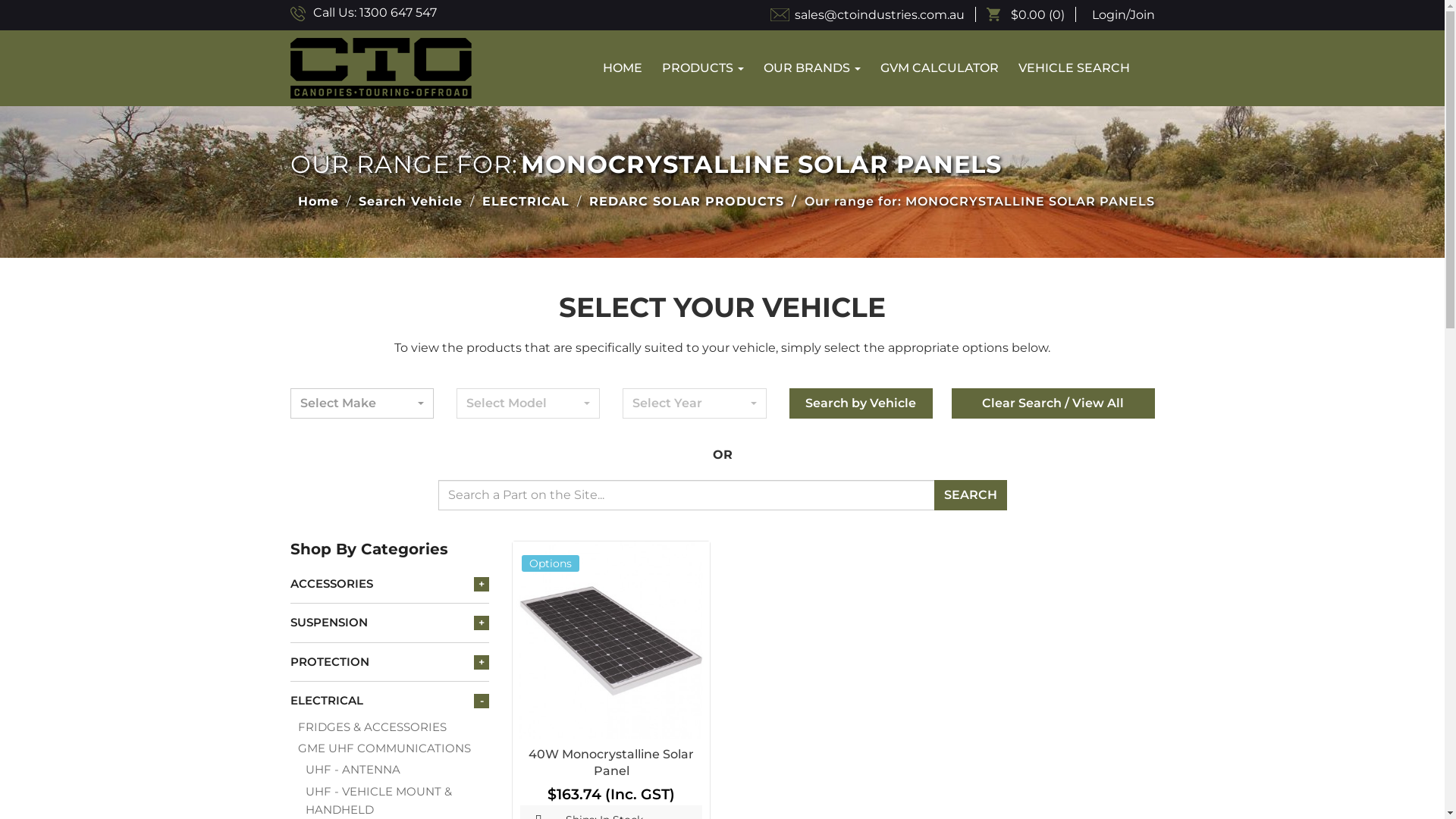 The image size is (1456, 819). What do you see at coordinates (480, 701) in the screenshot?
I see `'-'` at bounding box center [480, 701].